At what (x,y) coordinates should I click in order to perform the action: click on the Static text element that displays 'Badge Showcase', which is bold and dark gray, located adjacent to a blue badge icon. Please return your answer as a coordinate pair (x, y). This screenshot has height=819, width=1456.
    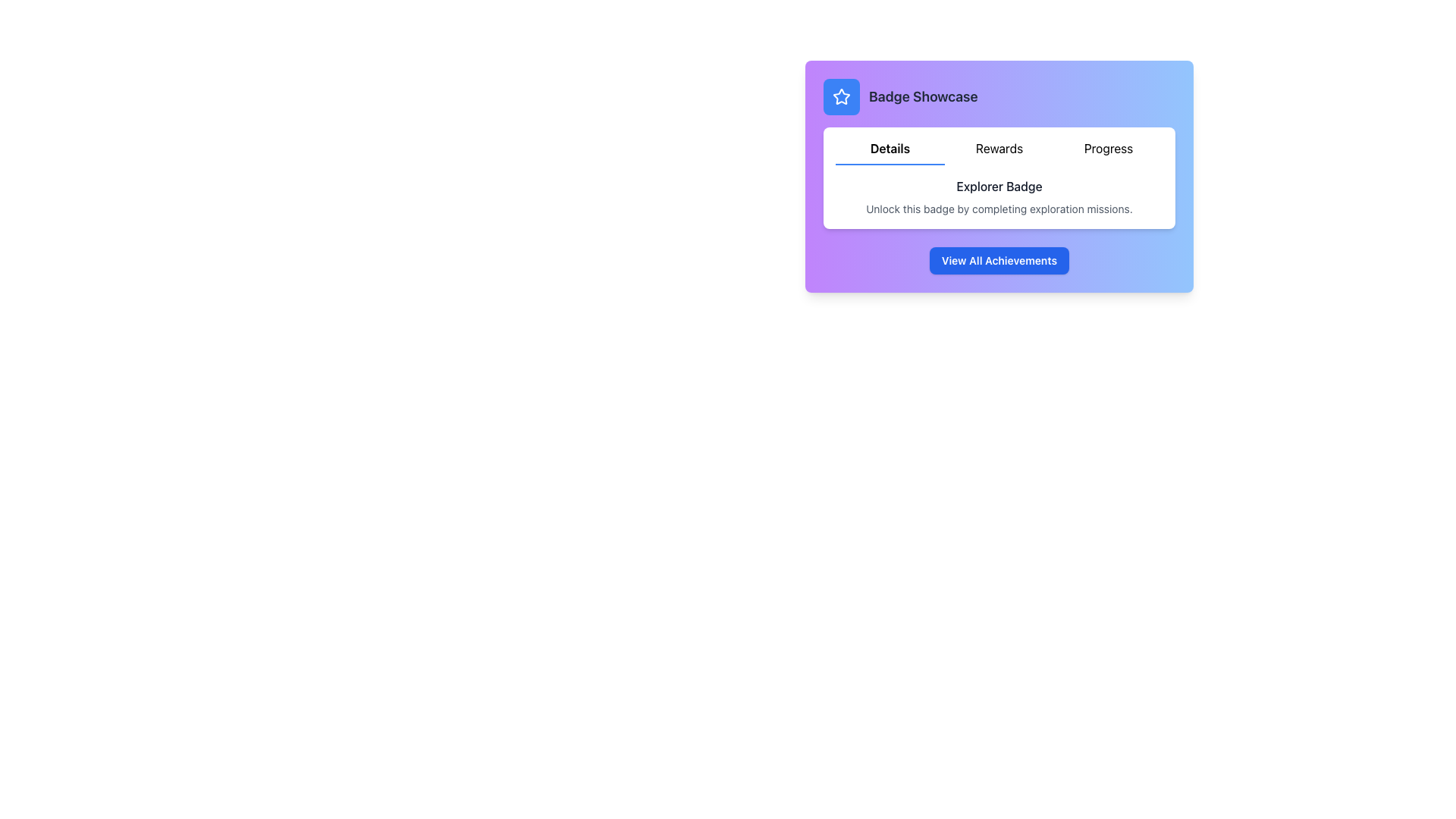
    Looking at the image, I should click on (922, 96).